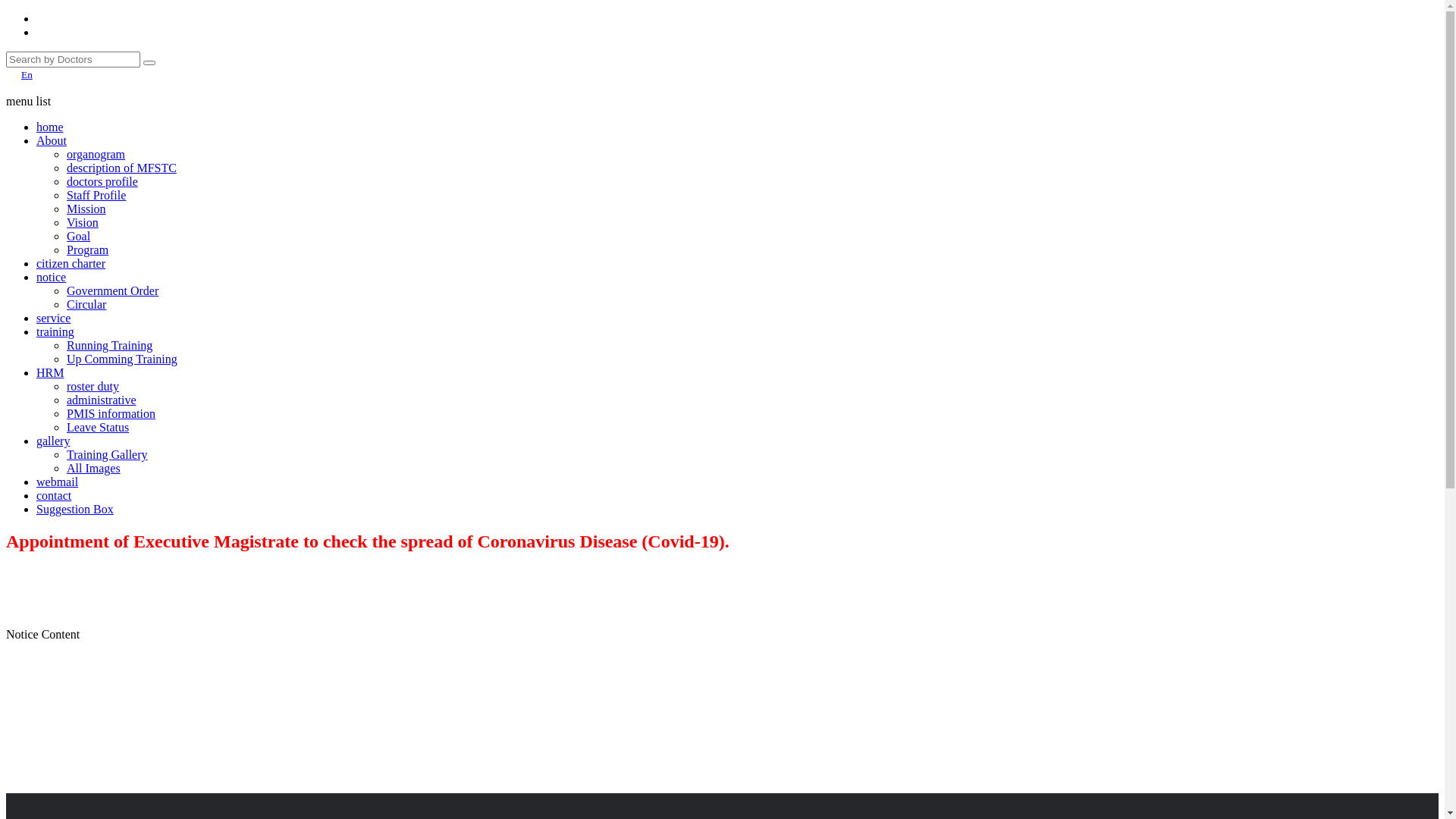 This screenshot has height=819, width=1456. Describe the element at coordinates (92, 385) in the screenshot. I see `'roster duty'` at that location.